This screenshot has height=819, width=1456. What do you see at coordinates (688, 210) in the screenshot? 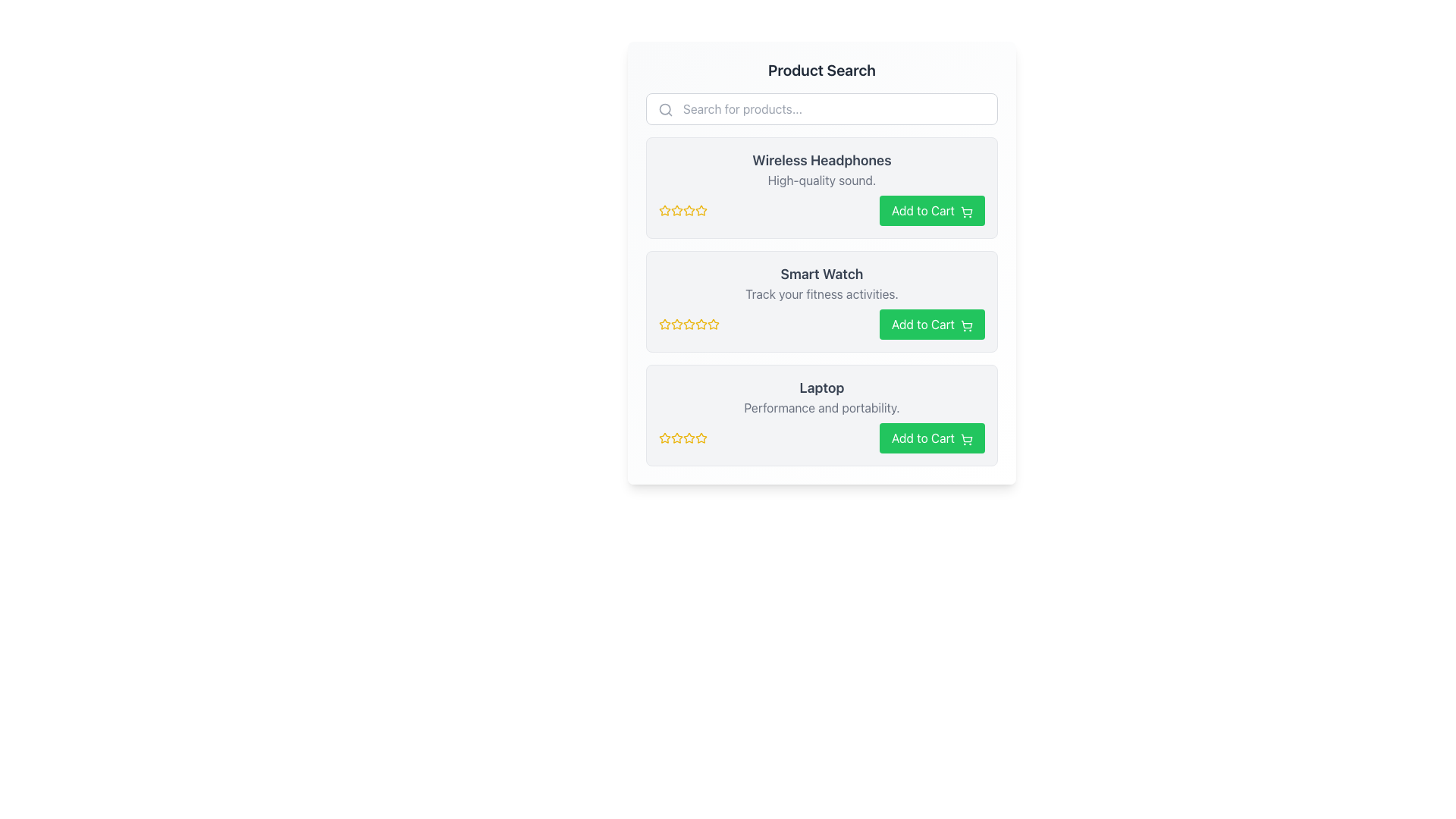
I see `the third star icon in the Wireless Headphones product card for accessibility` at bounding box center [688, 210].